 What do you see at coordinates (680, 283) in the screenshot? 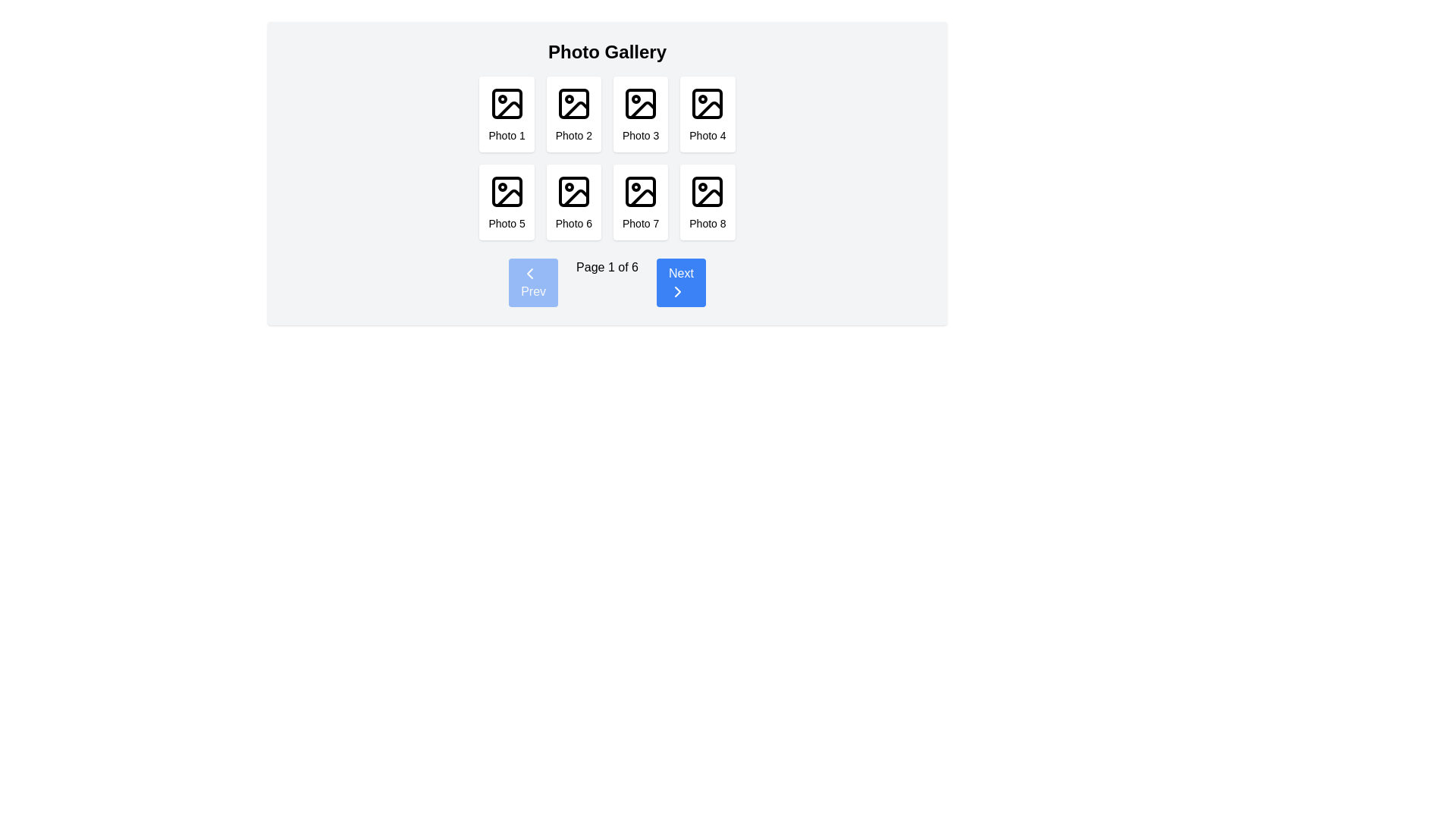
I see `the 'Next' button, which is a rectangular button with a blue background and white text` at bounding box center [680, 283].